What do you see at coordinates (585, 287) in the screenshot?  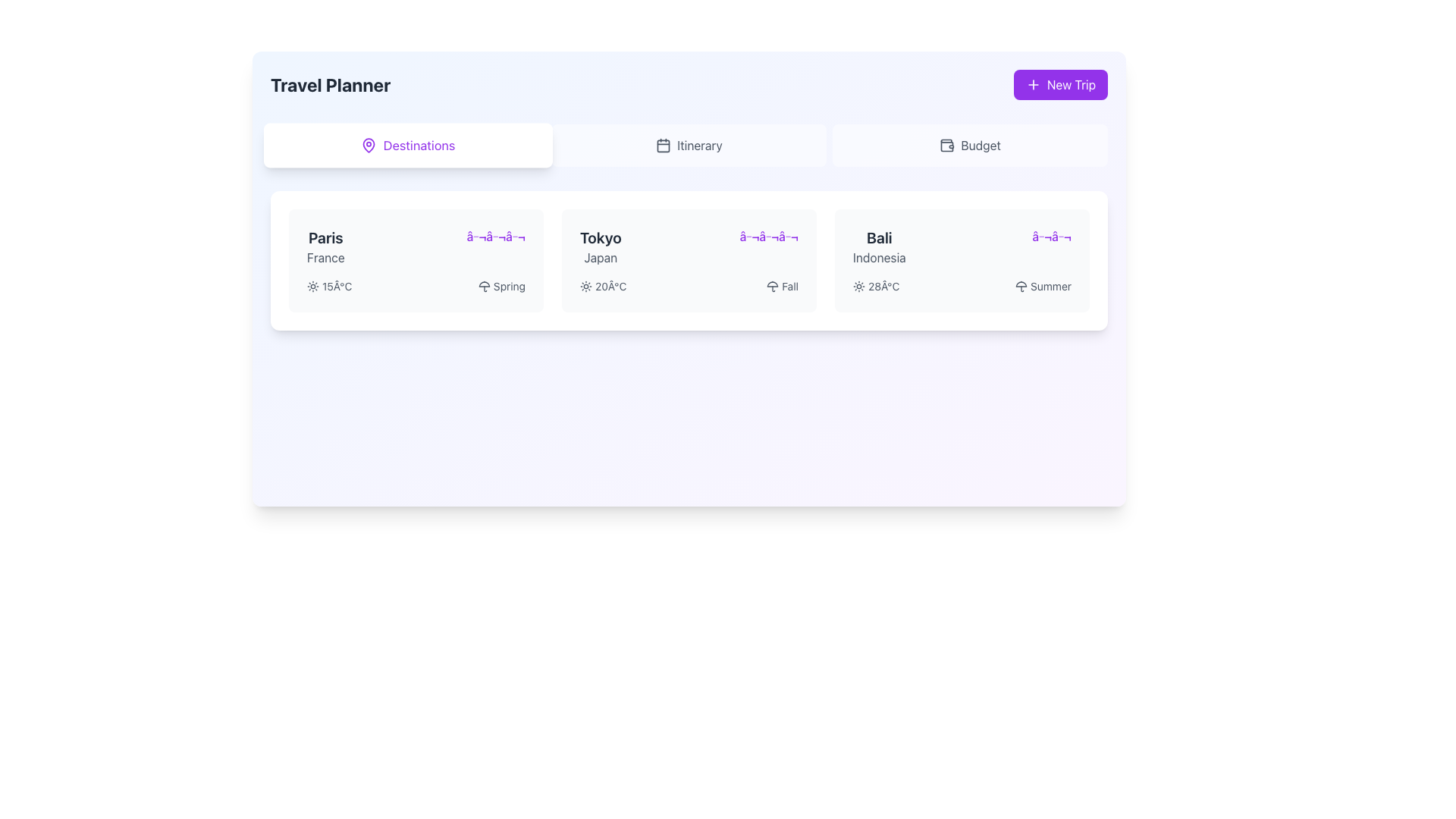 I see `the sun-like icon located within the 'Tokyo' card, which is positioned to the left of the '20°C' temperature display` at bounding box center [585, 287].